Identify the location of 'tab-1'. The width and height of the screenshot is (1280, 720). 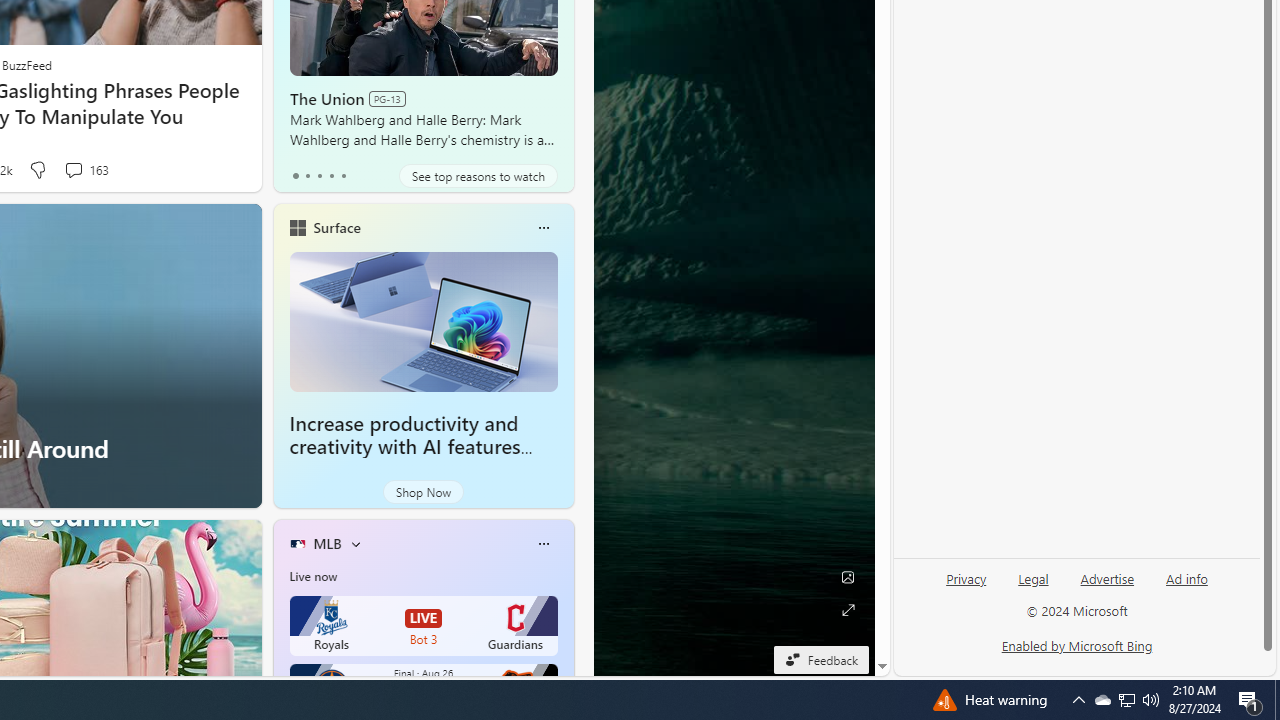
(306, 175).